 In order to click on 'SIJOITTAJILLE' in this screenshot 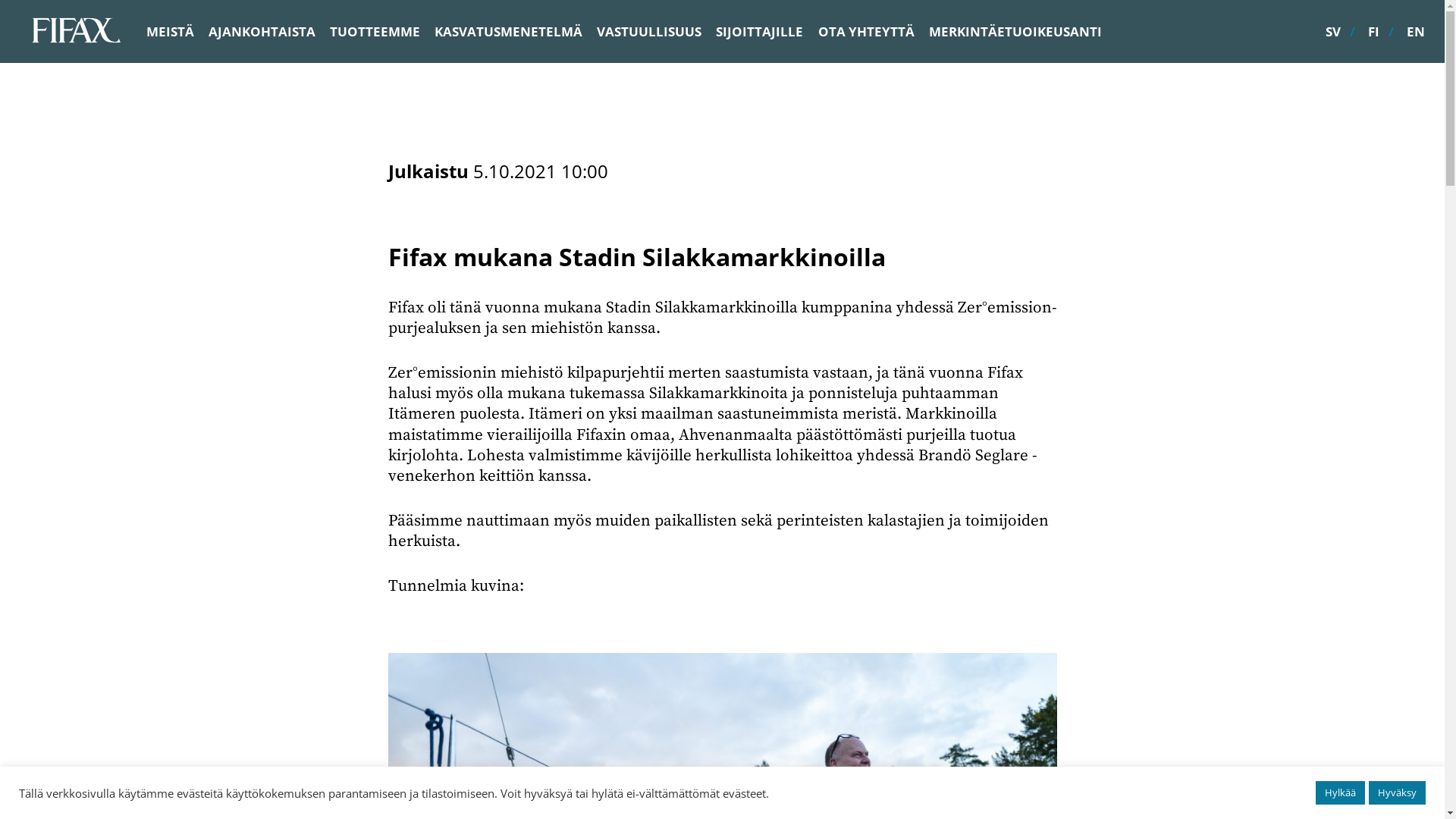, I will do `click(715, 31)`.